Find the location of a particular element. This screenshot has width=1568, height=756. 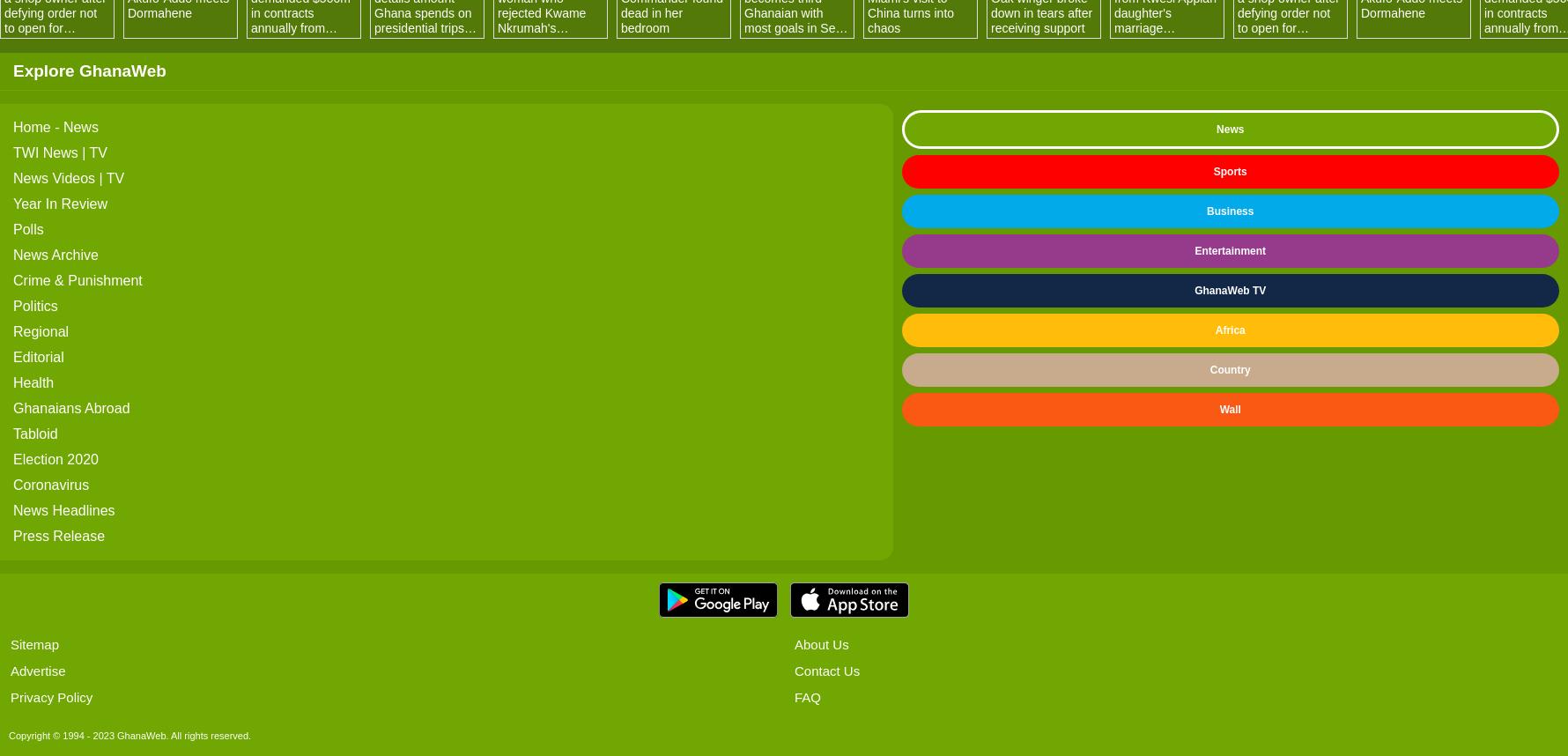

'Health' is located at coordinates (33, 382).